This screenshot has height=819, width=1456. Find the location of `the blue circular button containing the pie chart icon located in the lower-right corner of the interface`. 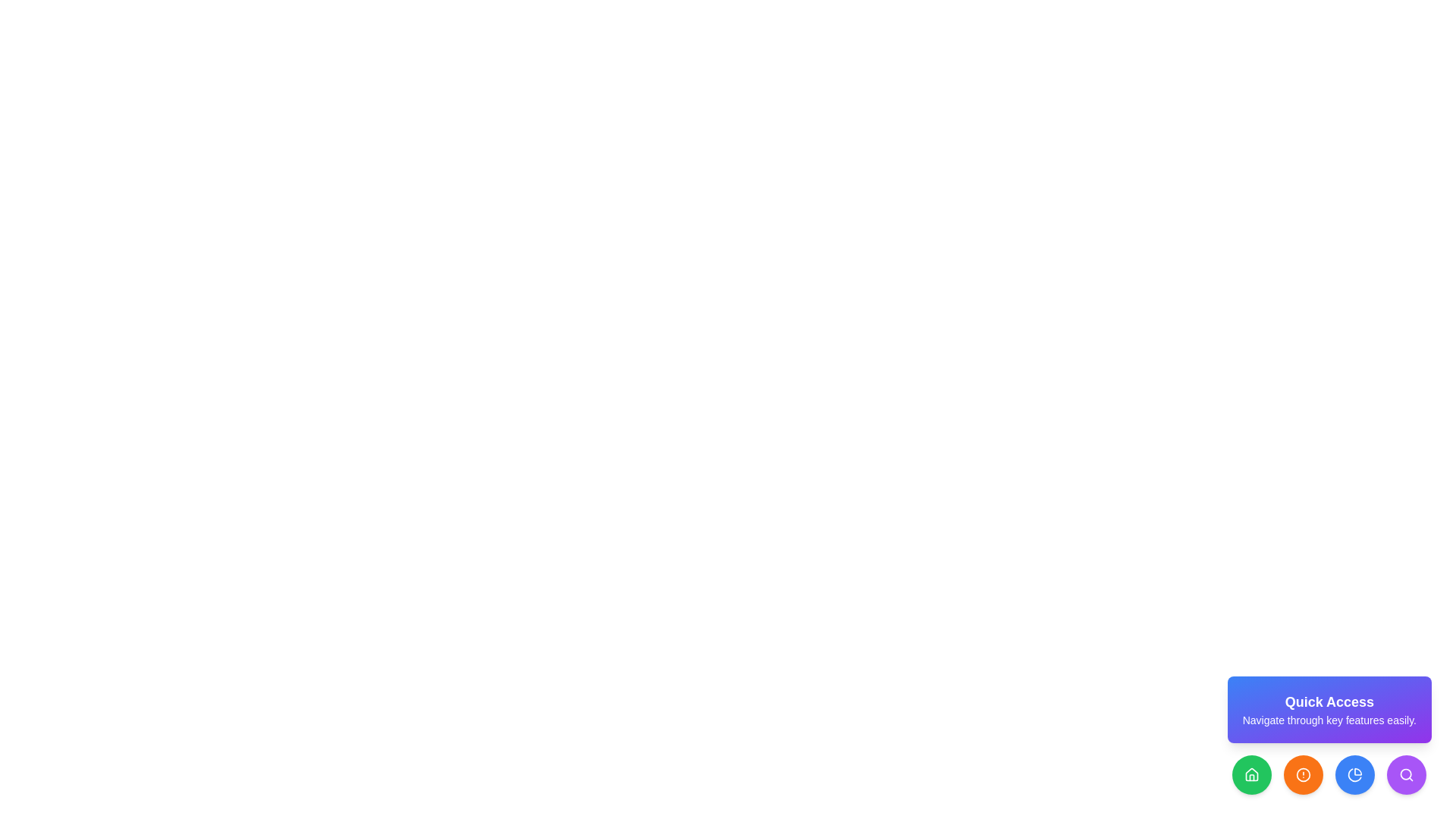

the blue circular button containing the pie chart icon located in the lower-right corner of the interface is located at coordinates (1355, 775).